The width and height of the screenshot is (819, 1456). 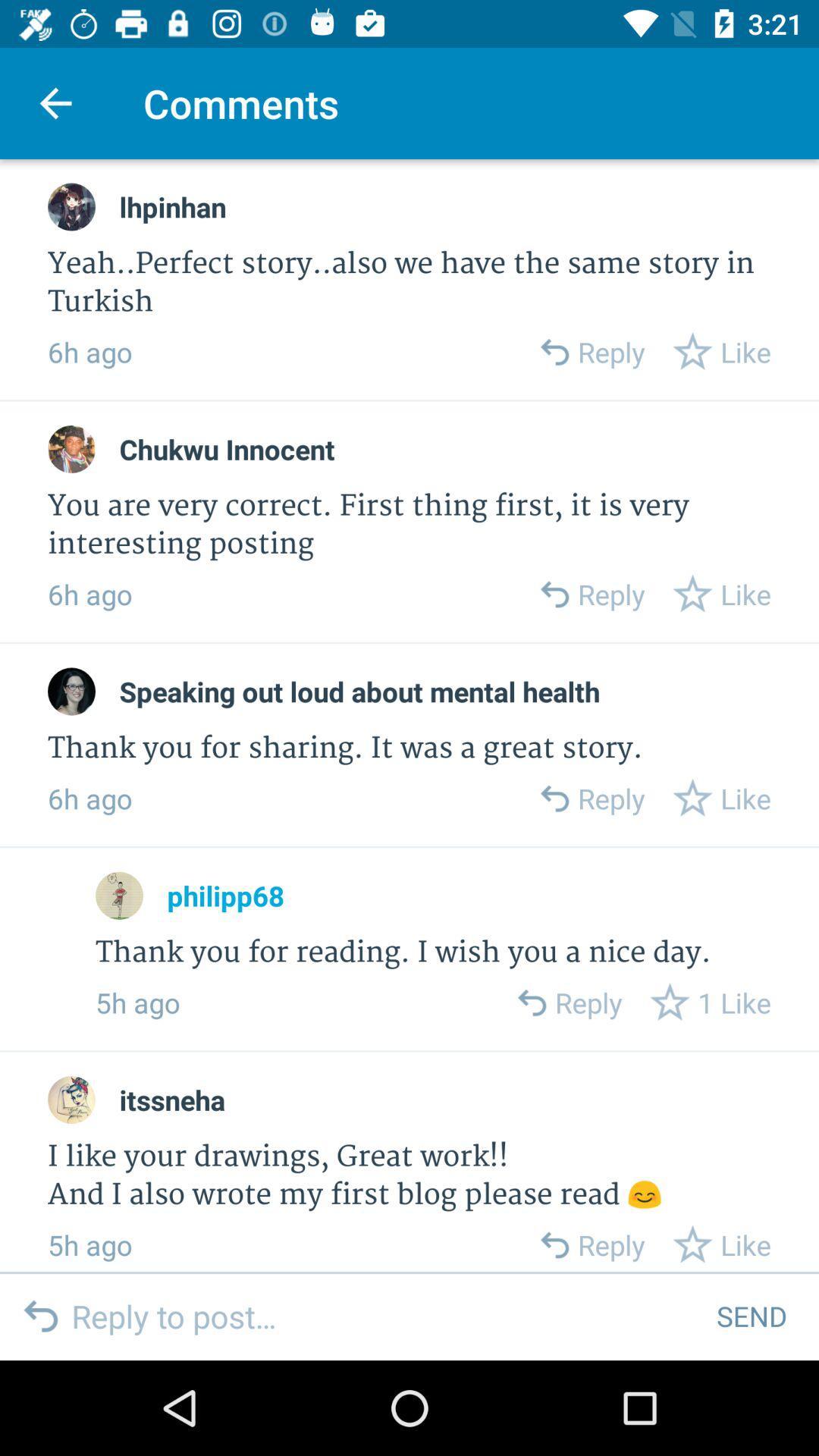 I want to click on go back, so click(x=554, y=797).